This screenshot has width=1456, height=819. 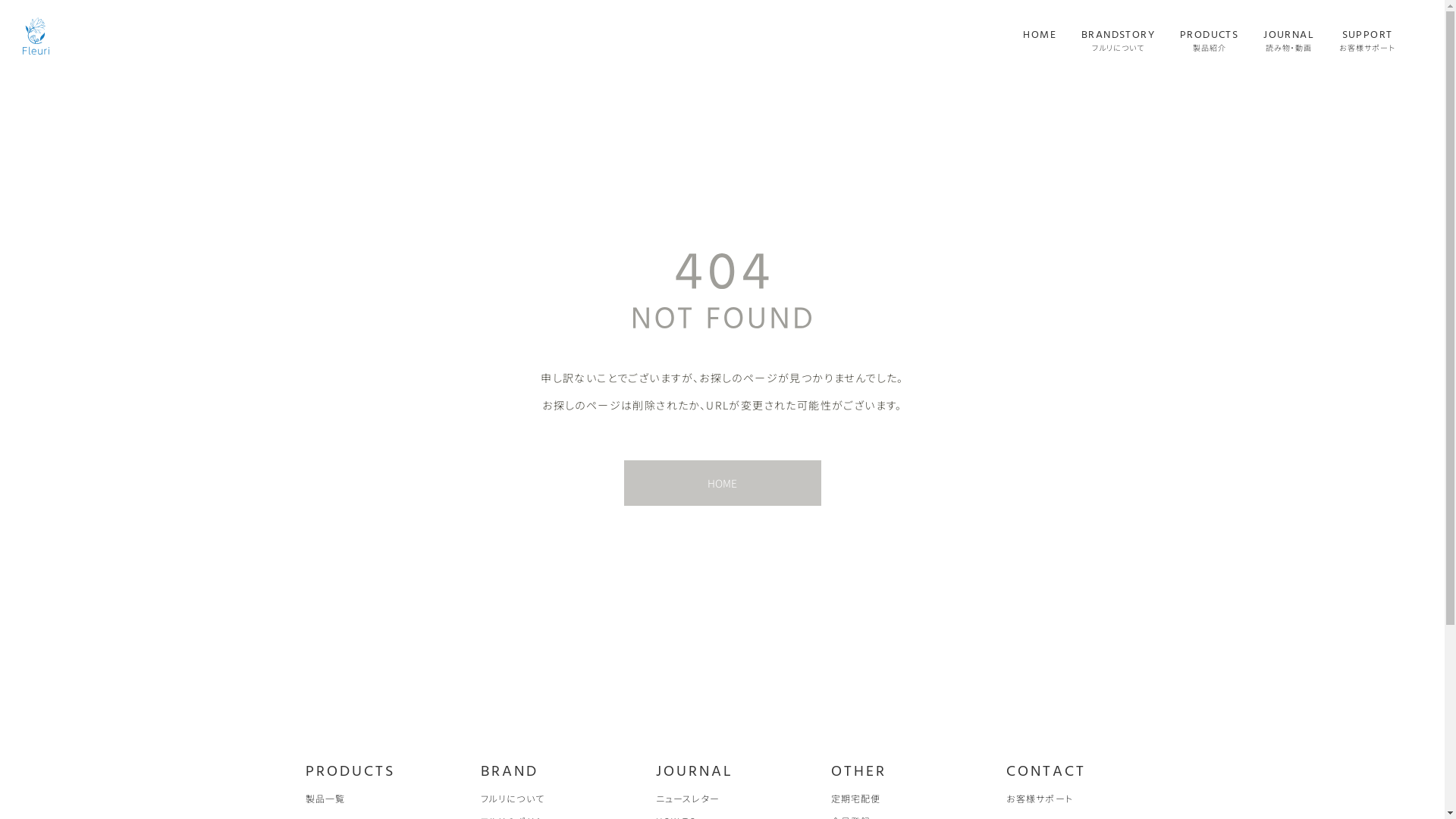 I want to click on 'CONTACT', so click(x=1044, y=772).